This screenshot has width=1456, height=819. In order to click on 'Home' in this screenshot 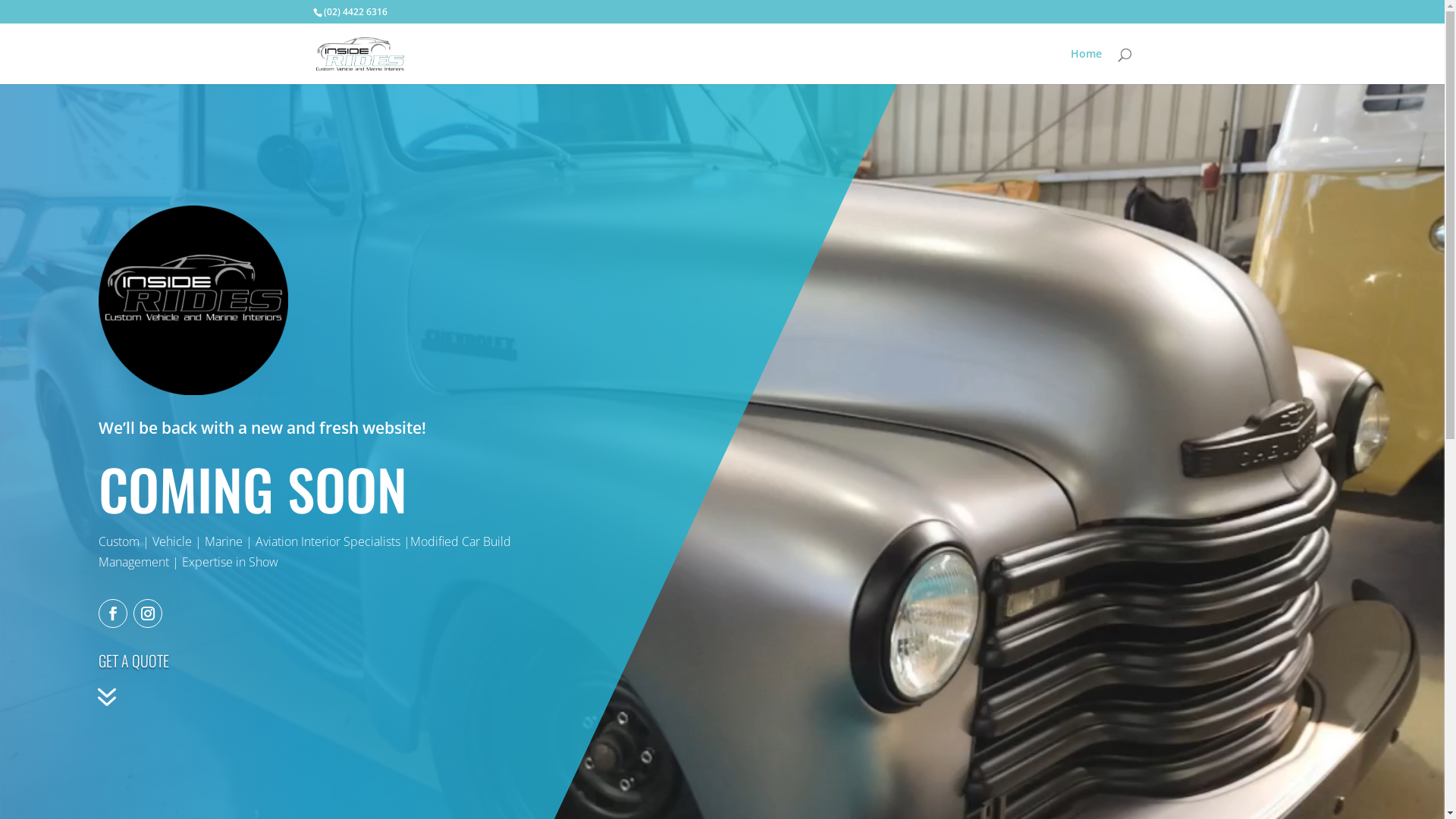, I will do `click(1085, 65)`.